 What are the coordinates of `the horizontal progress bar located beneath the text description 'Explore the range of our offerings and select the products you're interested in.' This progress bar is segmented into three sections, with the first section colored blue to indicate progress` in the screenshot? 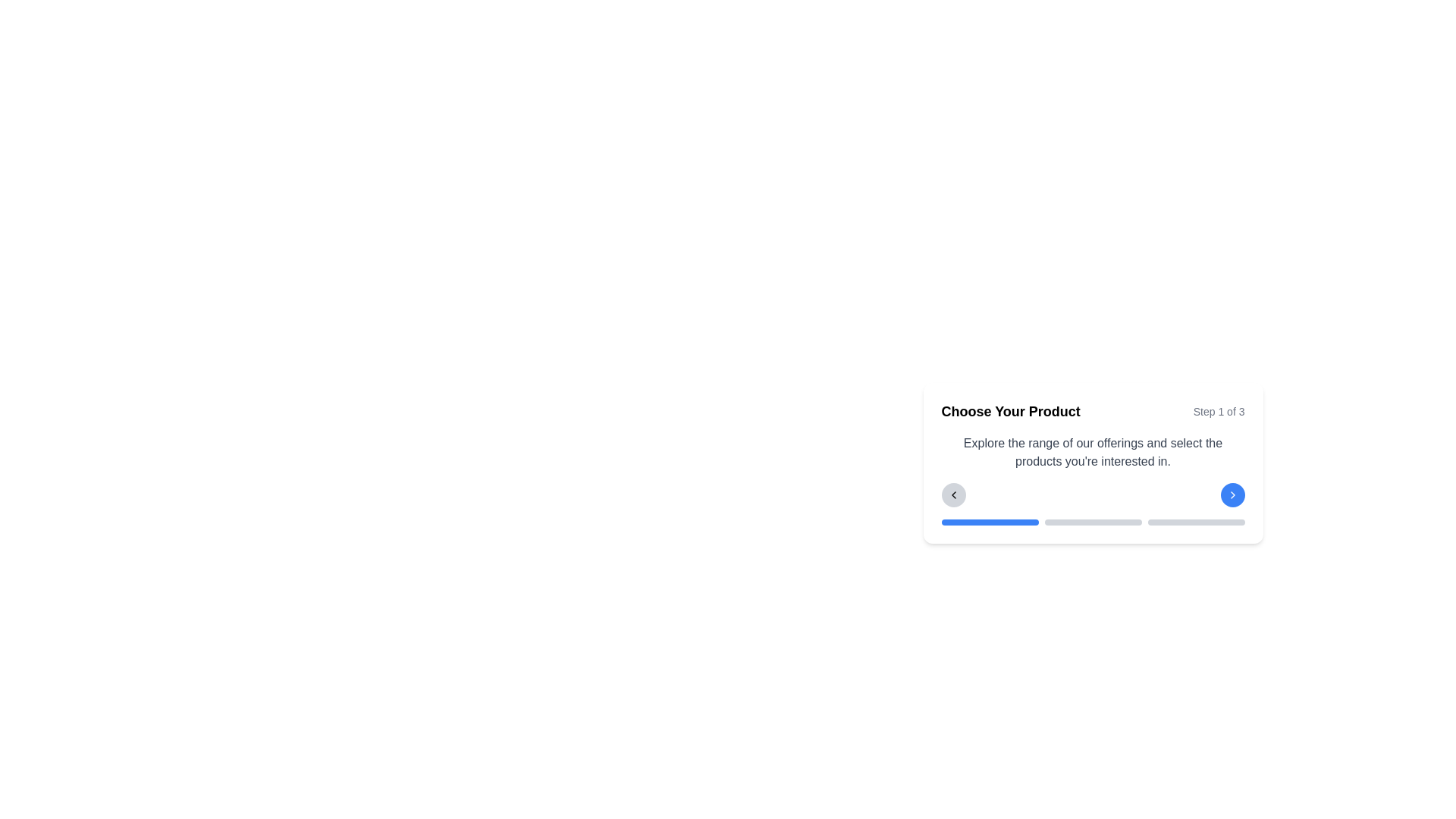 It's located at (1093, 522).